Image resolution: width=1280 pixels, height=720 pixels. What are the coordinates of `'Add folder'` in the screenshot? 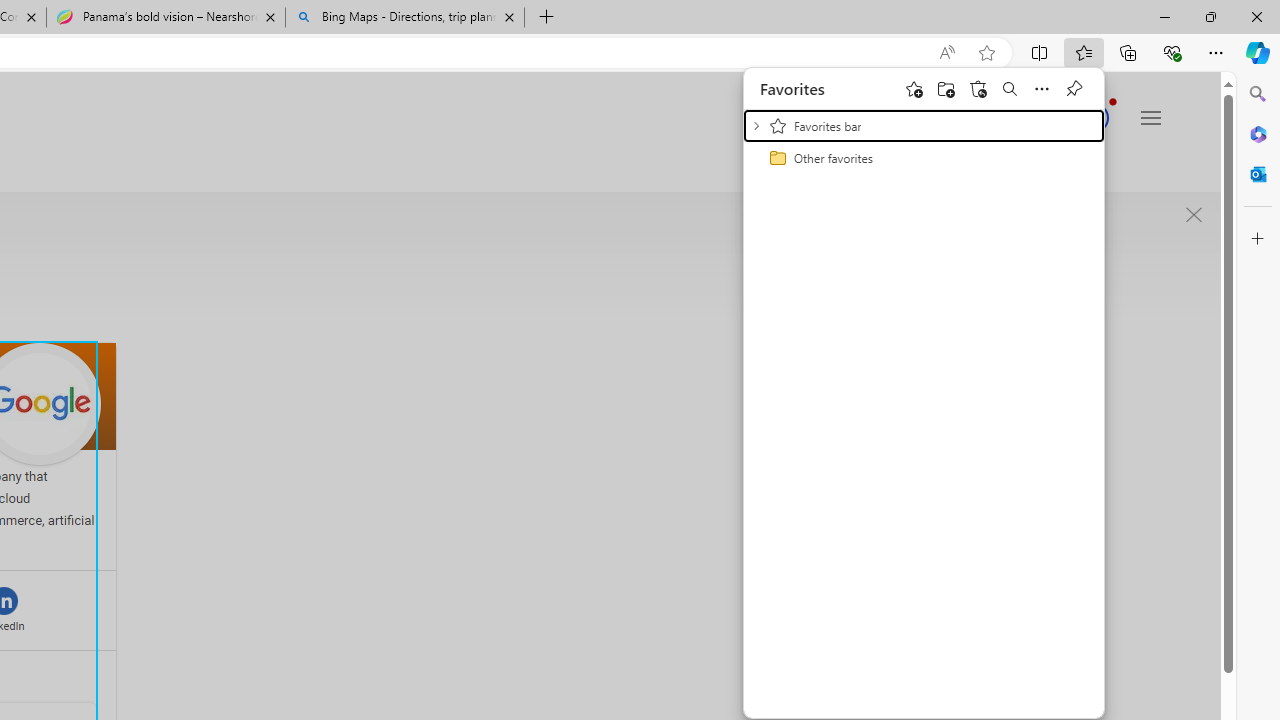 It's located at (944, 87).